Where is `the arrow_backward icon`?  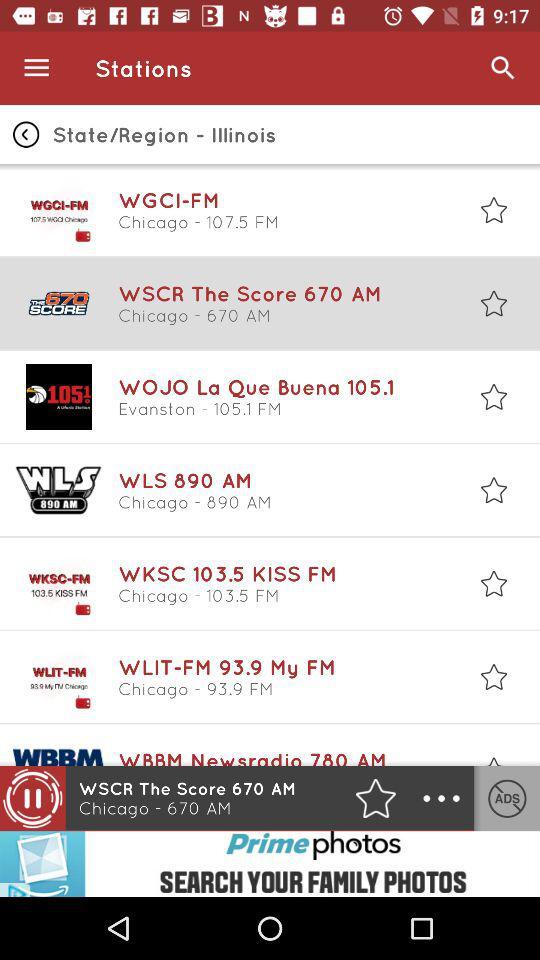 the arrow_backward icon is located at coordinates (25, 133).